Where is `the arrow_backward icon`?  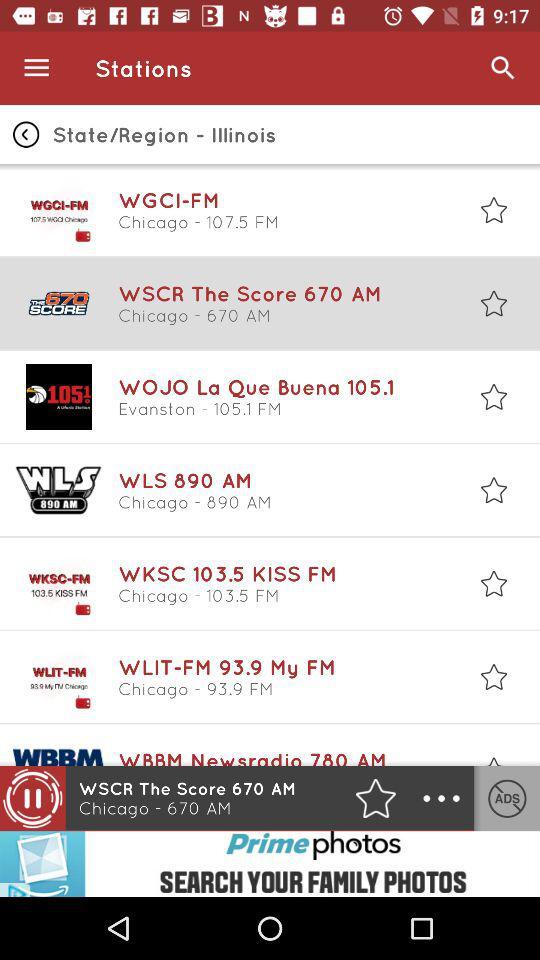 the arrow_backward icon is located at coordinates (25, 133).